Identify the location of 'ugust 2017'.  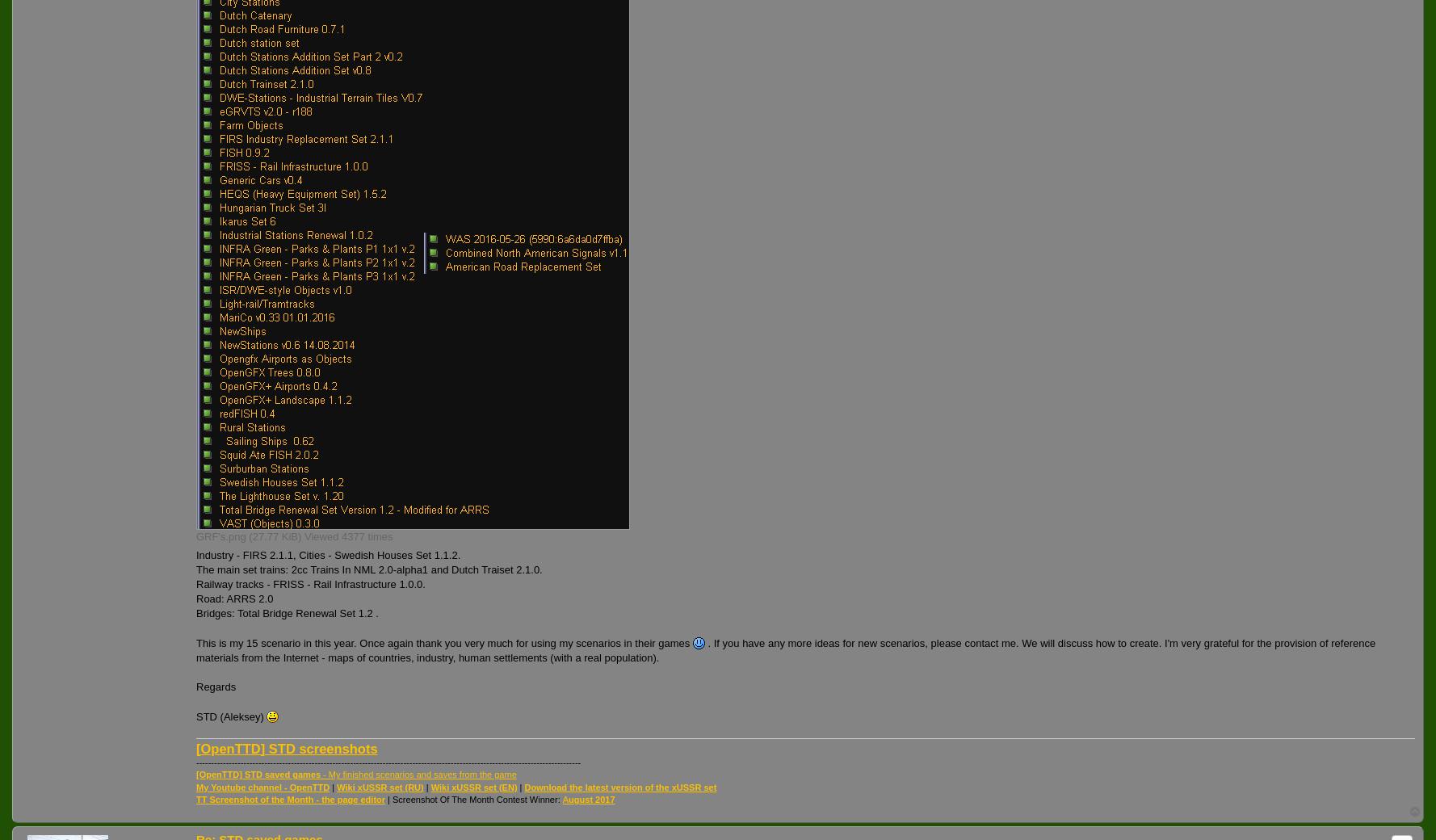
(590, 799).